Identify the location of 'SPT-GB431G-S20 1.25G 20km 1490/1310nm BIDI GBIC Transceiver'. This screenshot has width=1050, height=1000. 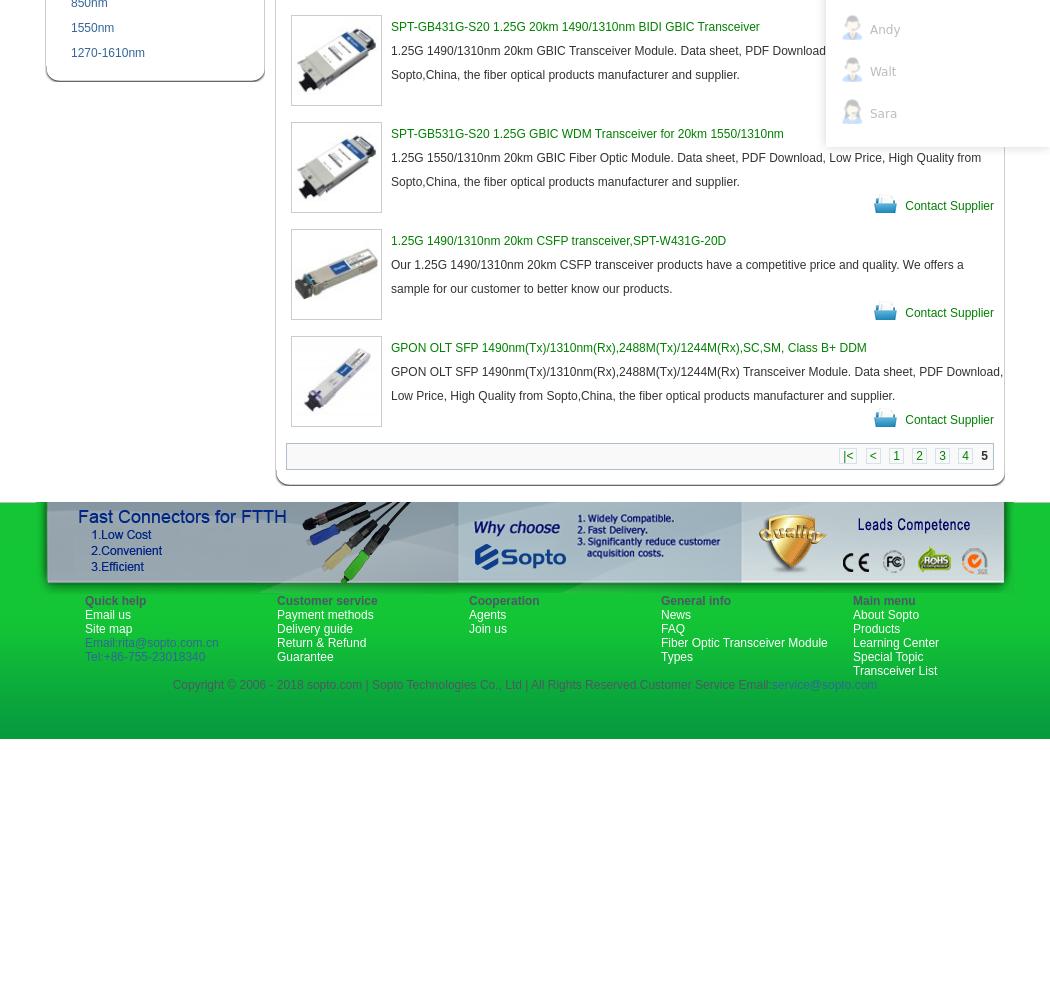
(391, 27).